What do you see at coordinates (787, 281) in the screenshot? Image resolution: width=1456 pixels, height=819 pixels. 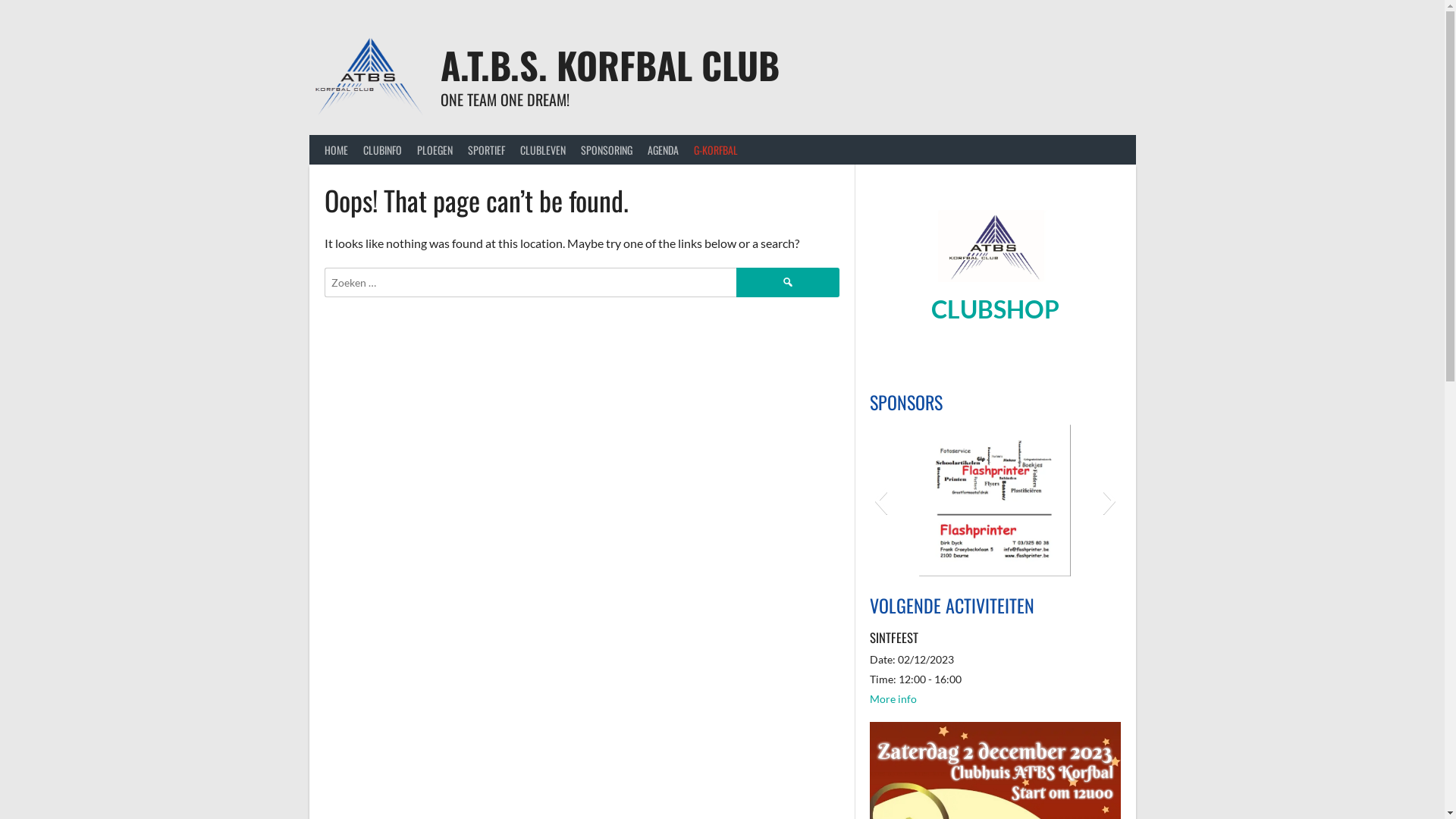 I see `'Zoeken'` at bounding box center [787, 281].